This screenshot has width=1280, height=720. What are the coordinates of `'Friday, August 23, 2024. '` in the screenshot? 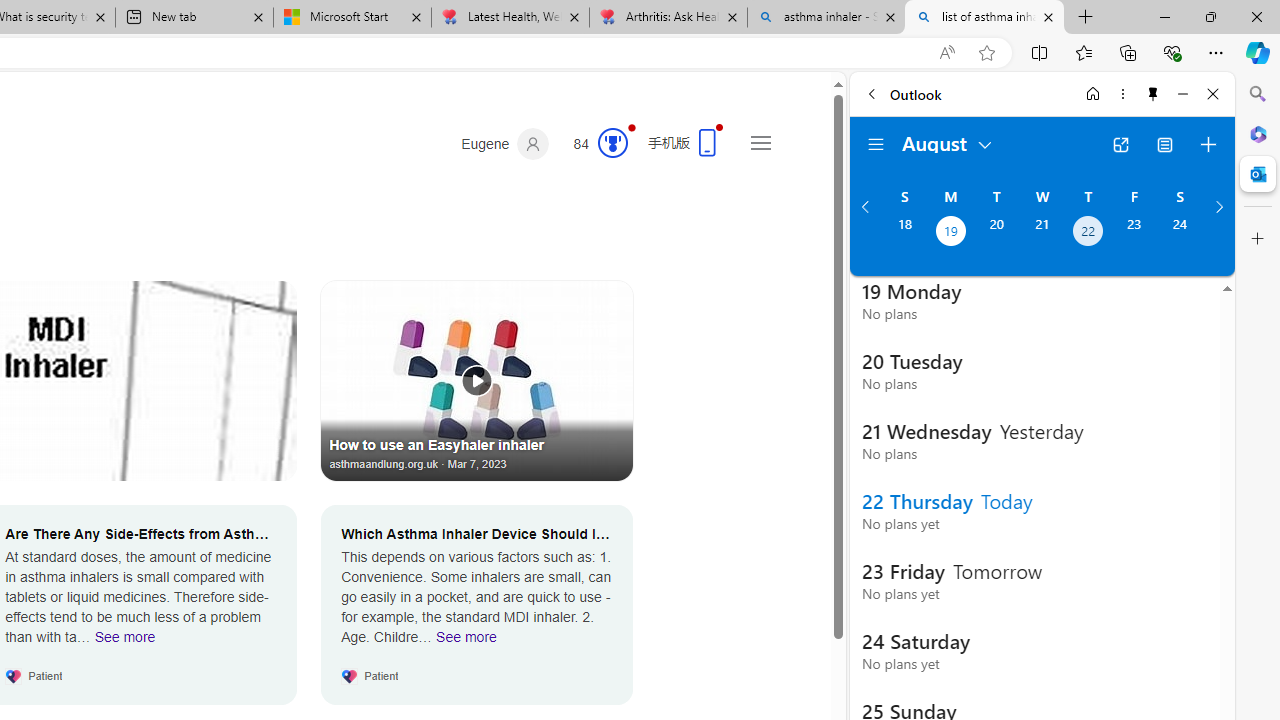 It's located at (1134, 232).